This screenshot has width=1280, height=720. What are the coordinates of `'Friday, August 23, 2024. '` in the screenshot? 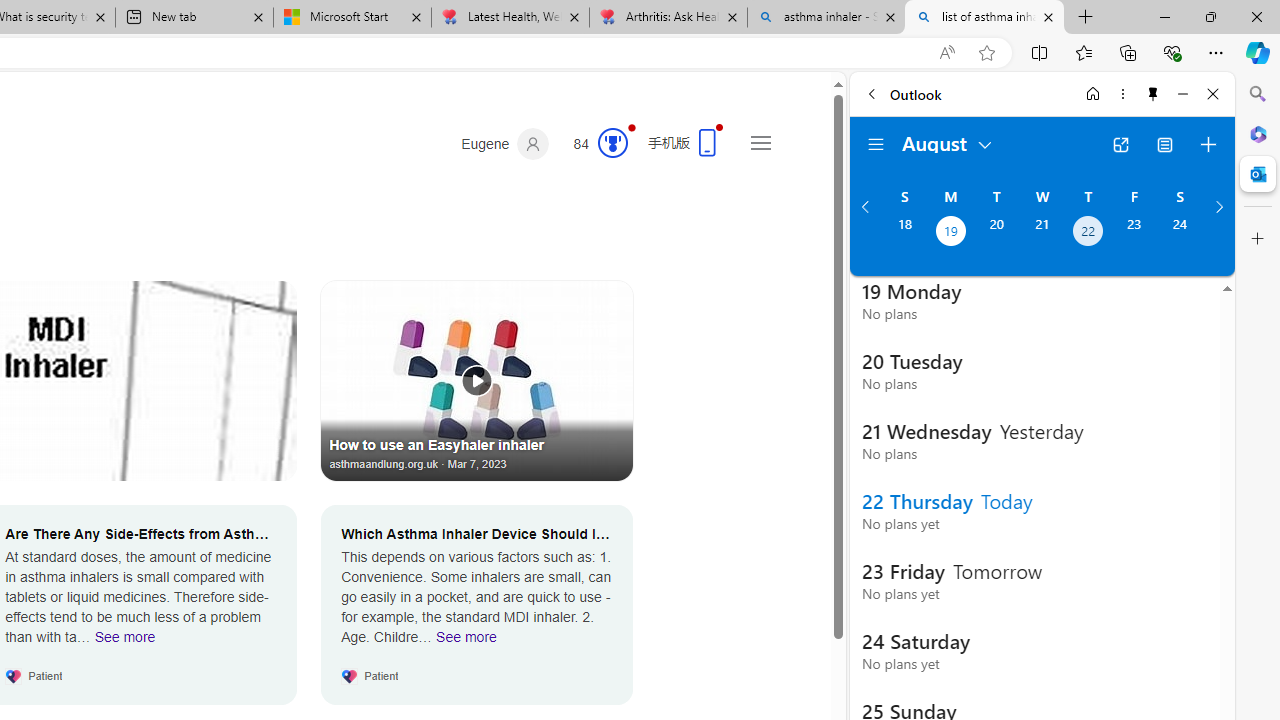 It's located at (1134, 232).